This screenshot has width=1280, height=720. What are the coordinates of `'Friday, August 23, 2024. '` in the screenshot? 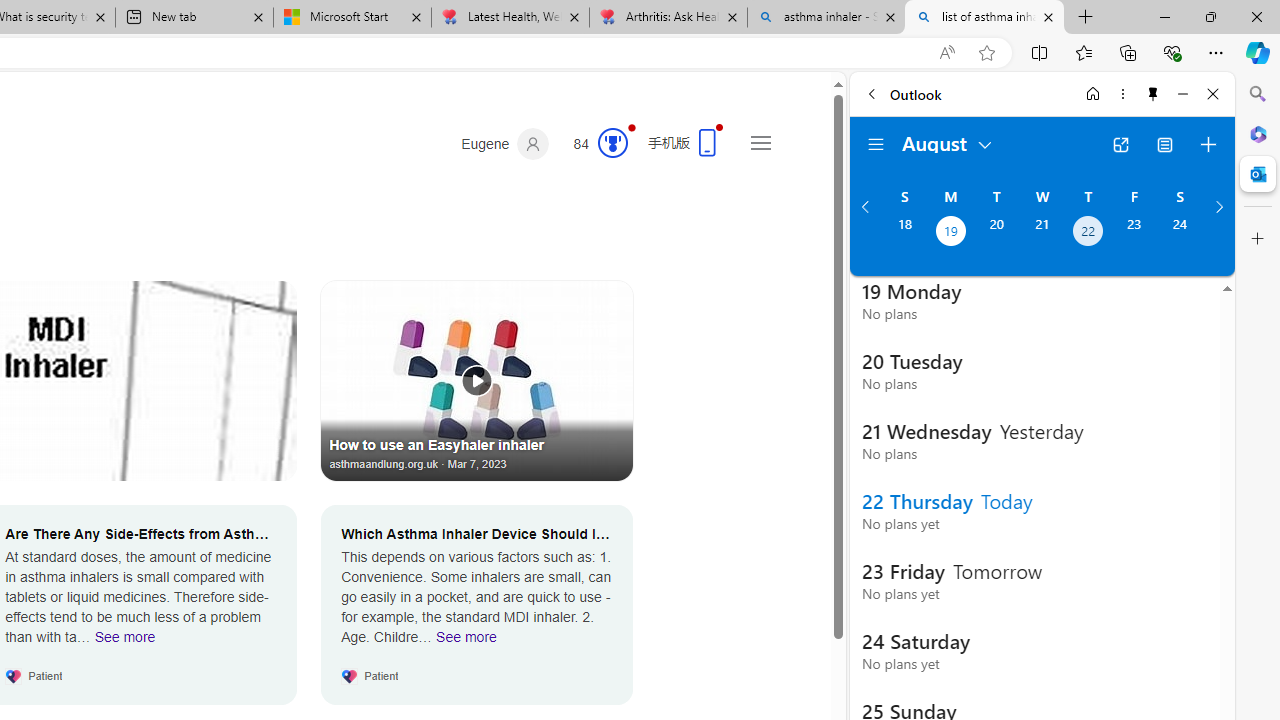 It's located at (1134, 232).